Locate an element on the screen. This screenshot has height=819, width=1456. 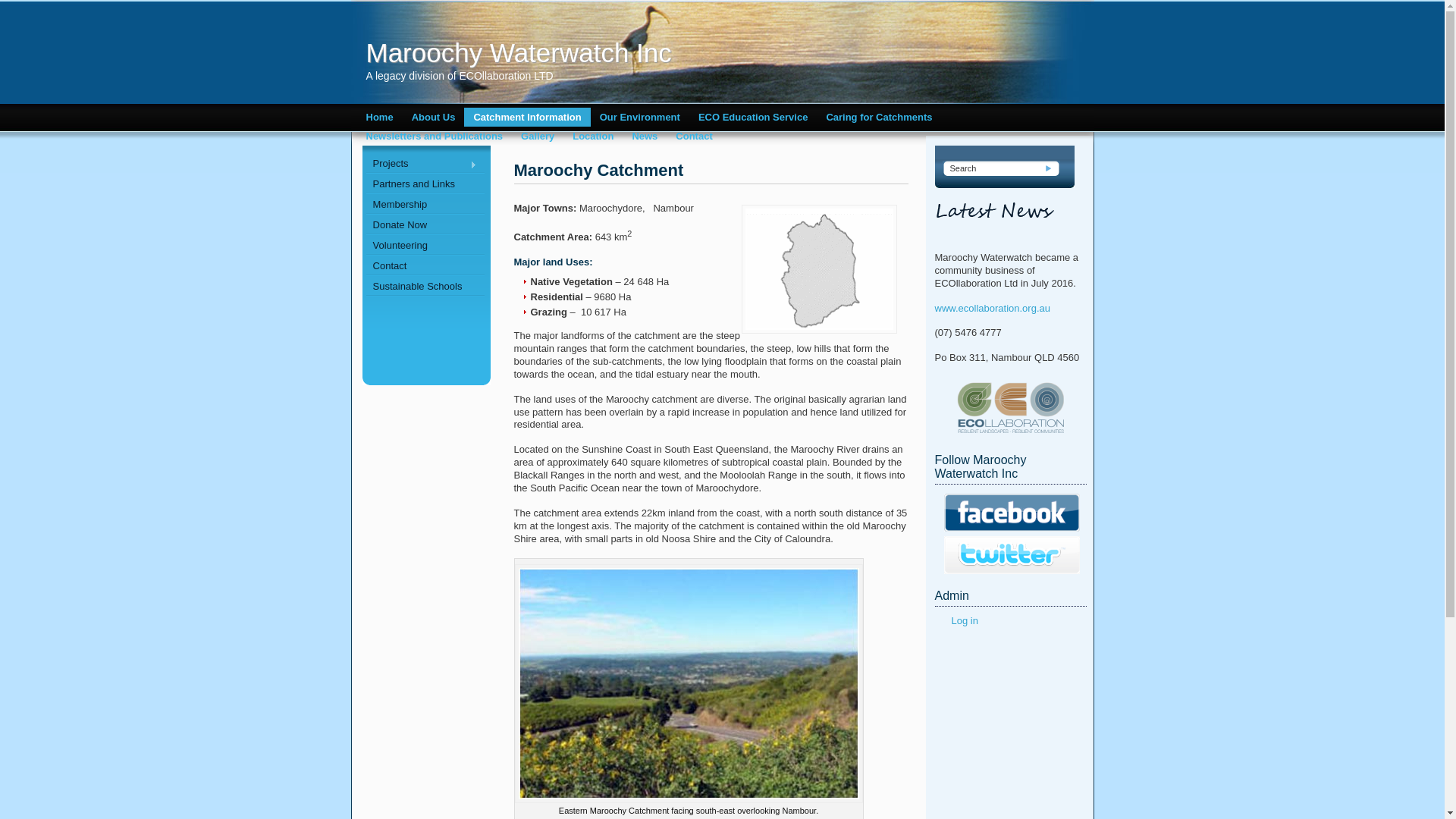
'Maroochy Waterwatch Inc' is located at coordinates (600, 52).